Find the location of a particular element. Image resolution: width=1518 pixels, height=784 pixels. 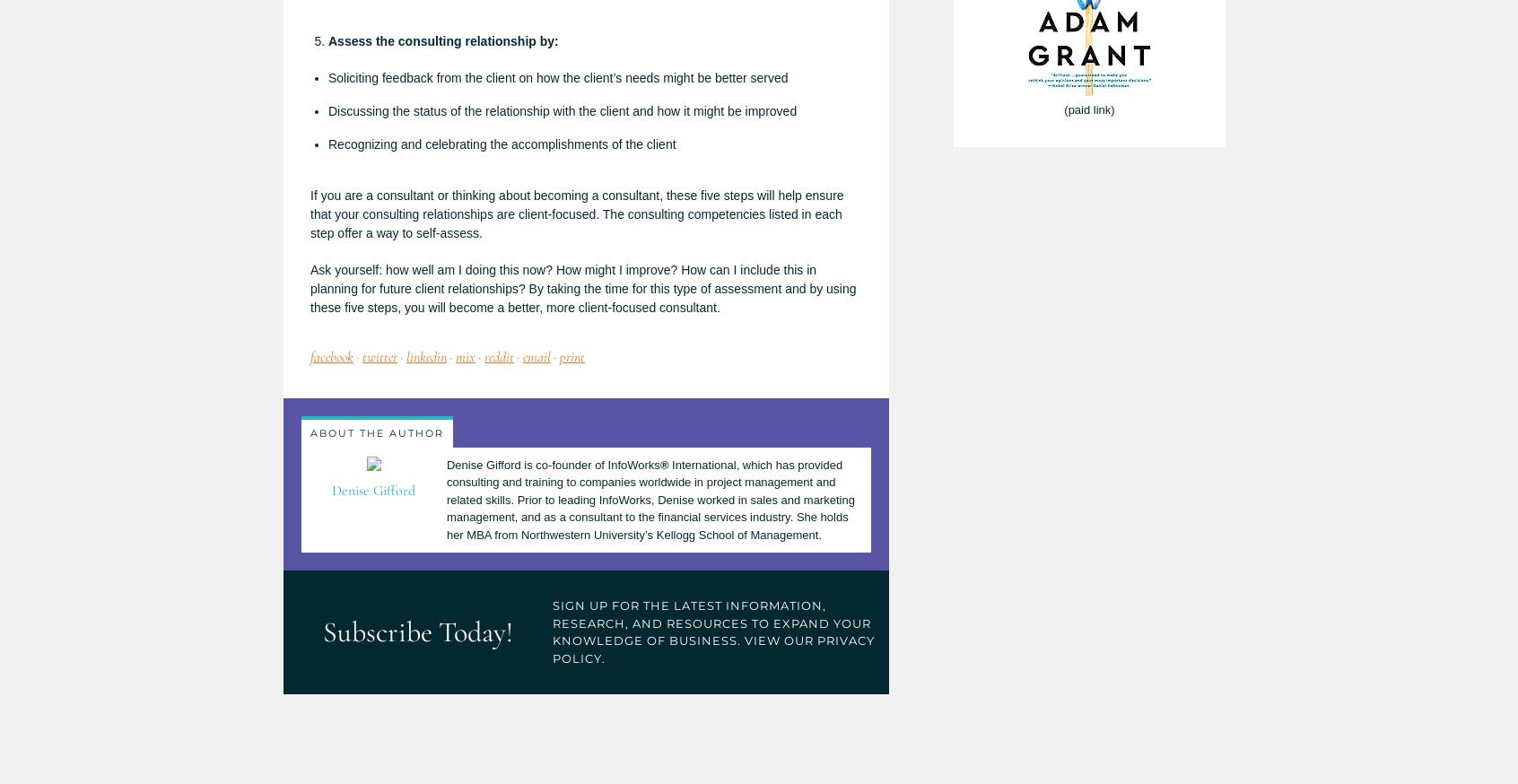

'SIgn Up for the latest information, research, and resources to expand your knowledge of business.' is located at coordinates (711, 623).